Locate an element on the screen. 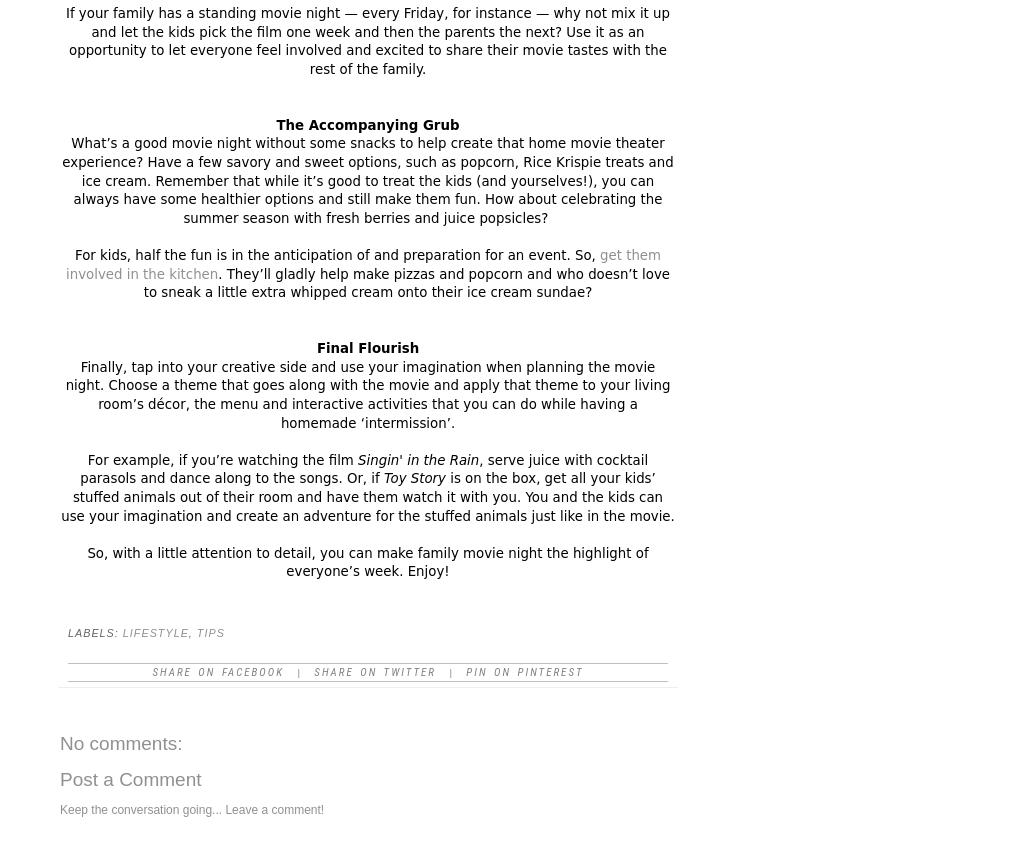 This screenshot has width=1018, height=865. 'Pin on Pinterest' is located at coordinates (523, 671).